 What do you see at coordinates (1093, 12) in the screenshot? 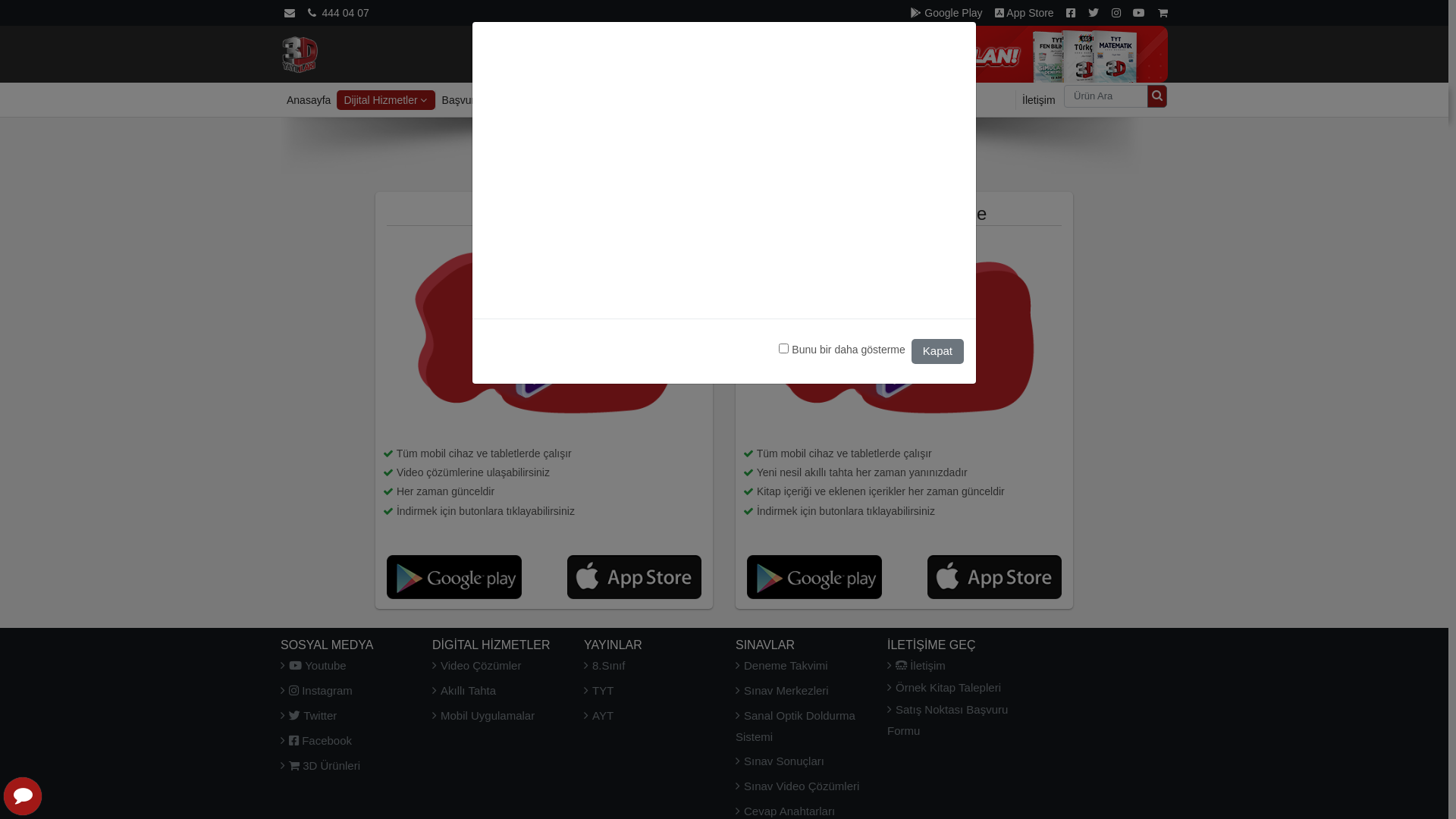
I see `'Twitter'` at bounding box center [1093, 12].